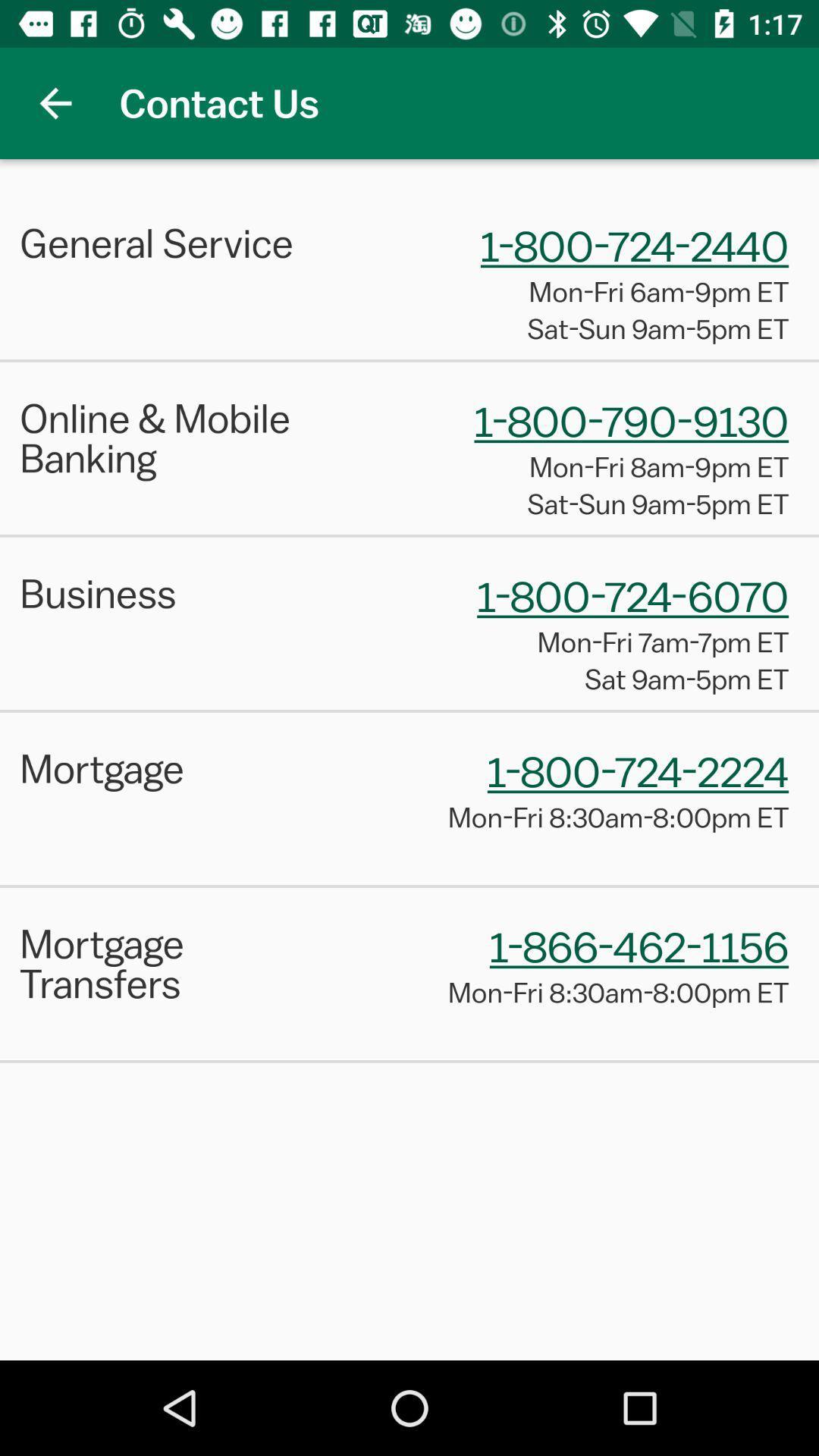 This screenshot has width=819, height=1456. I want to click on the item above the mortgage transfers, so click(409, 886).